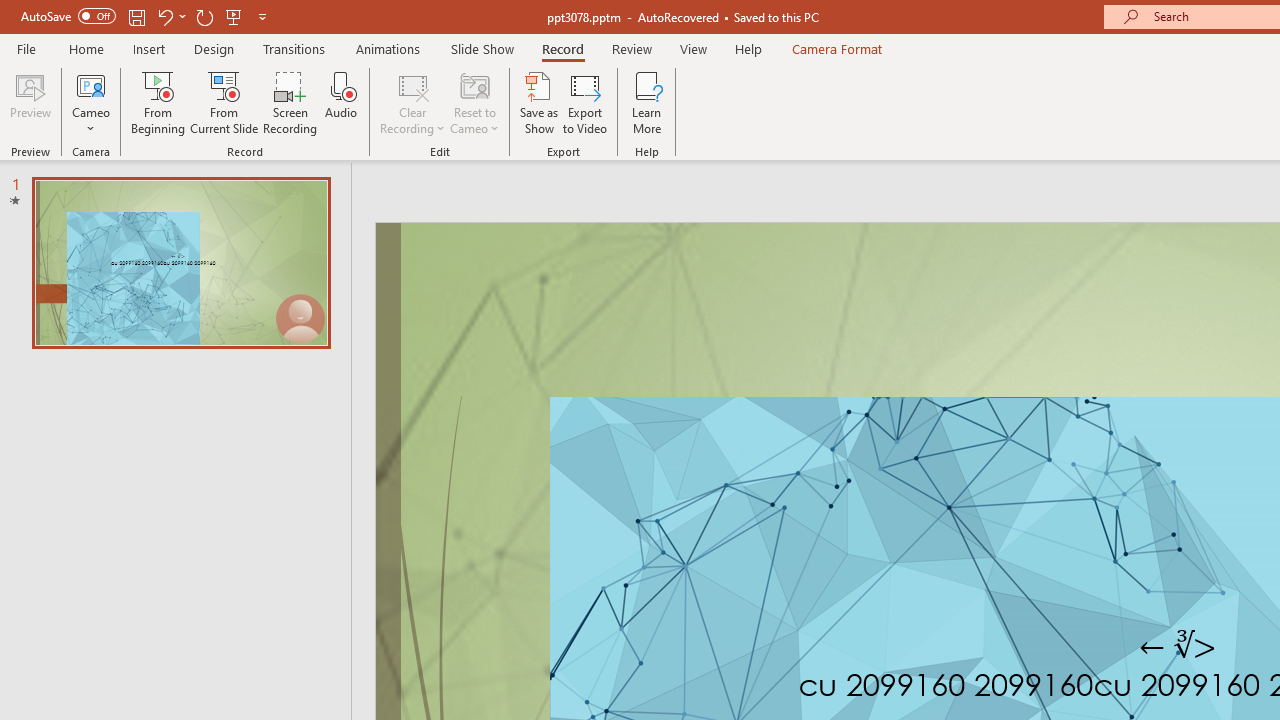 Image resolution: width=1280 pixels, height=720 pixels. Describe the element at coordinates (473, 103) in the screenshot. I see `'Reset to Cameo'` at that location.